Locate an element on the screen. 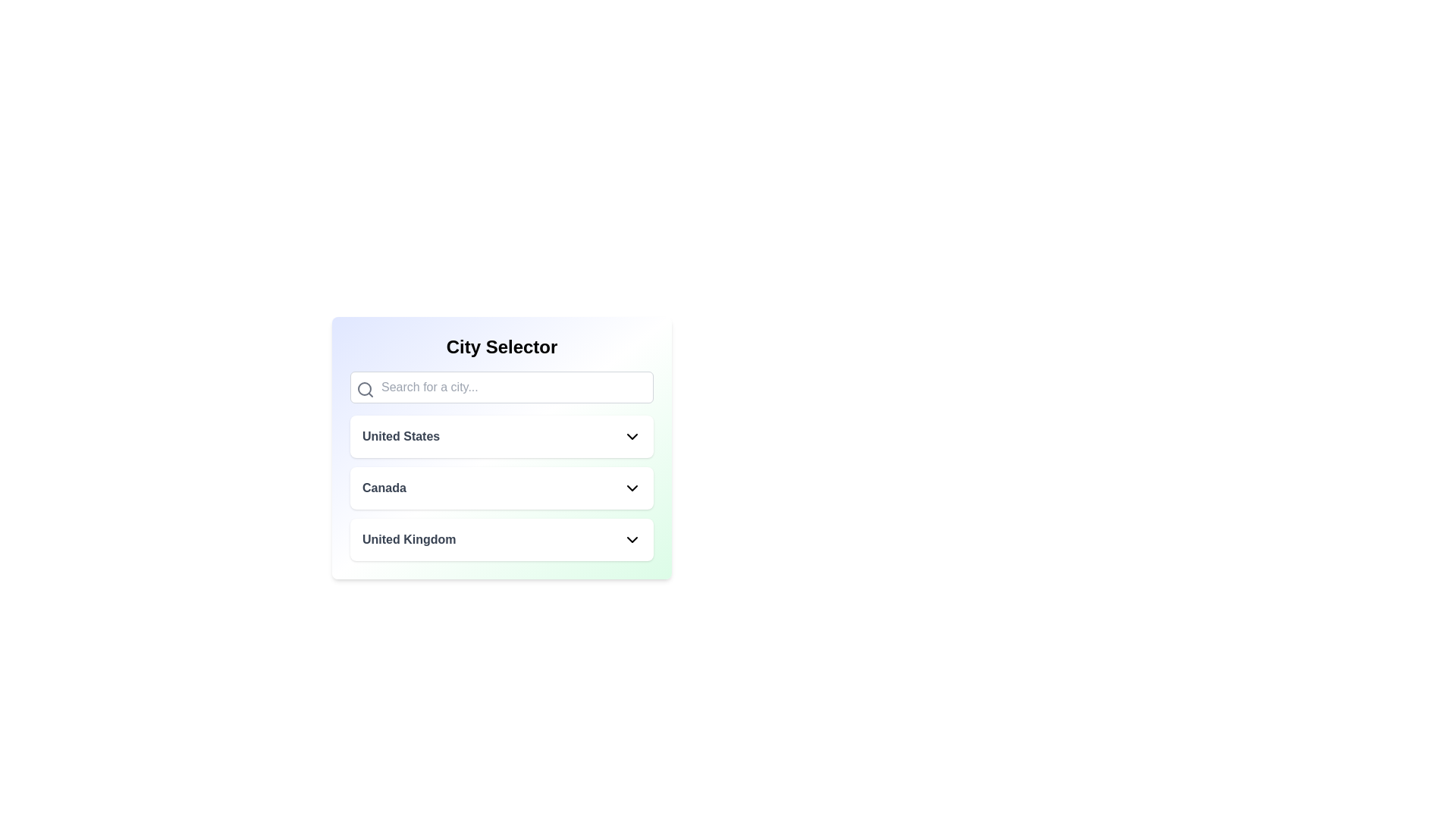 Image resolution: width=1456 pixels, height=819 pixels. the 'United Kingdom' option in the dropdown list is located at coordinates (502, 539).